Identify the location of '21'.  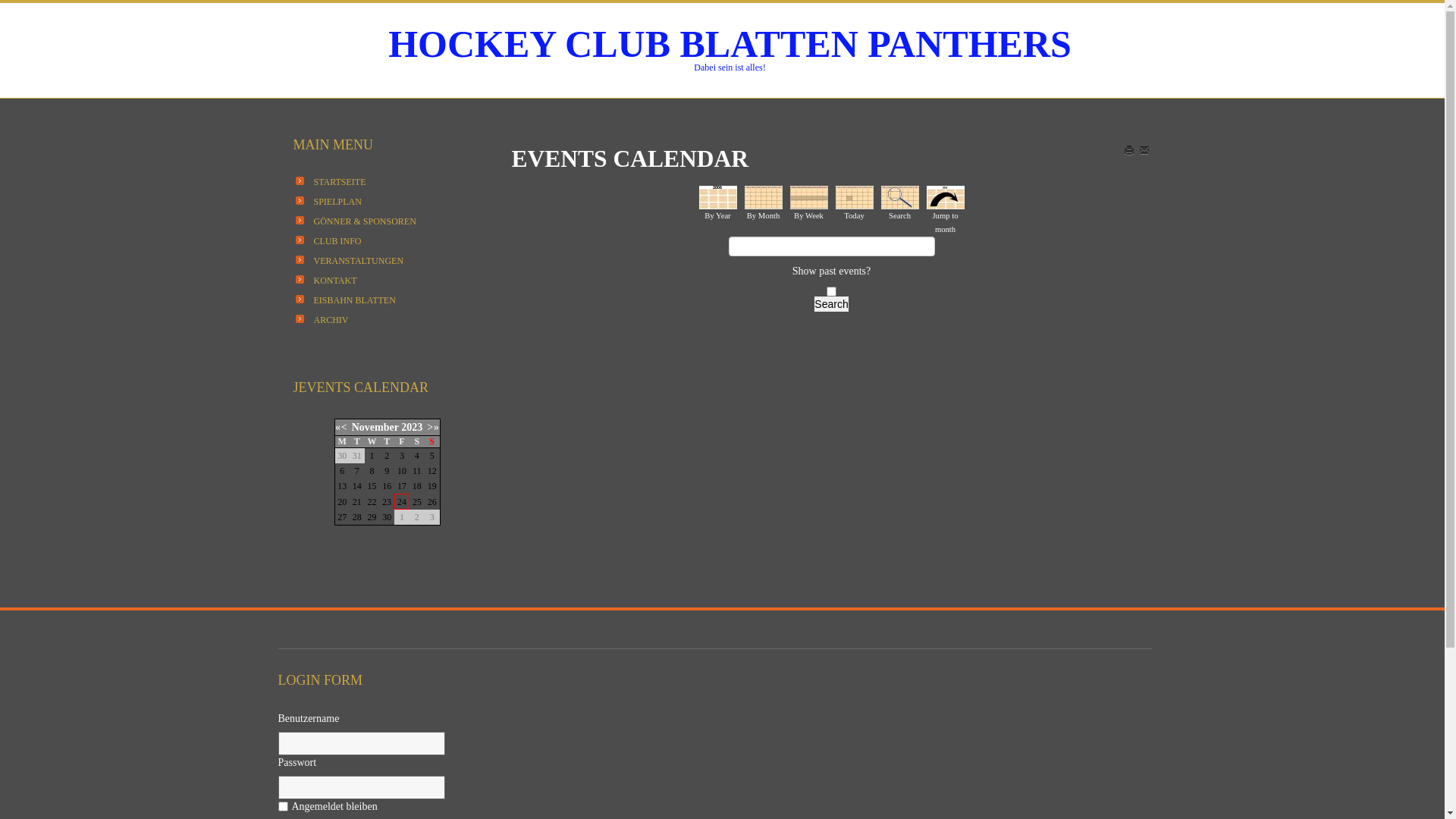
(356, 500).